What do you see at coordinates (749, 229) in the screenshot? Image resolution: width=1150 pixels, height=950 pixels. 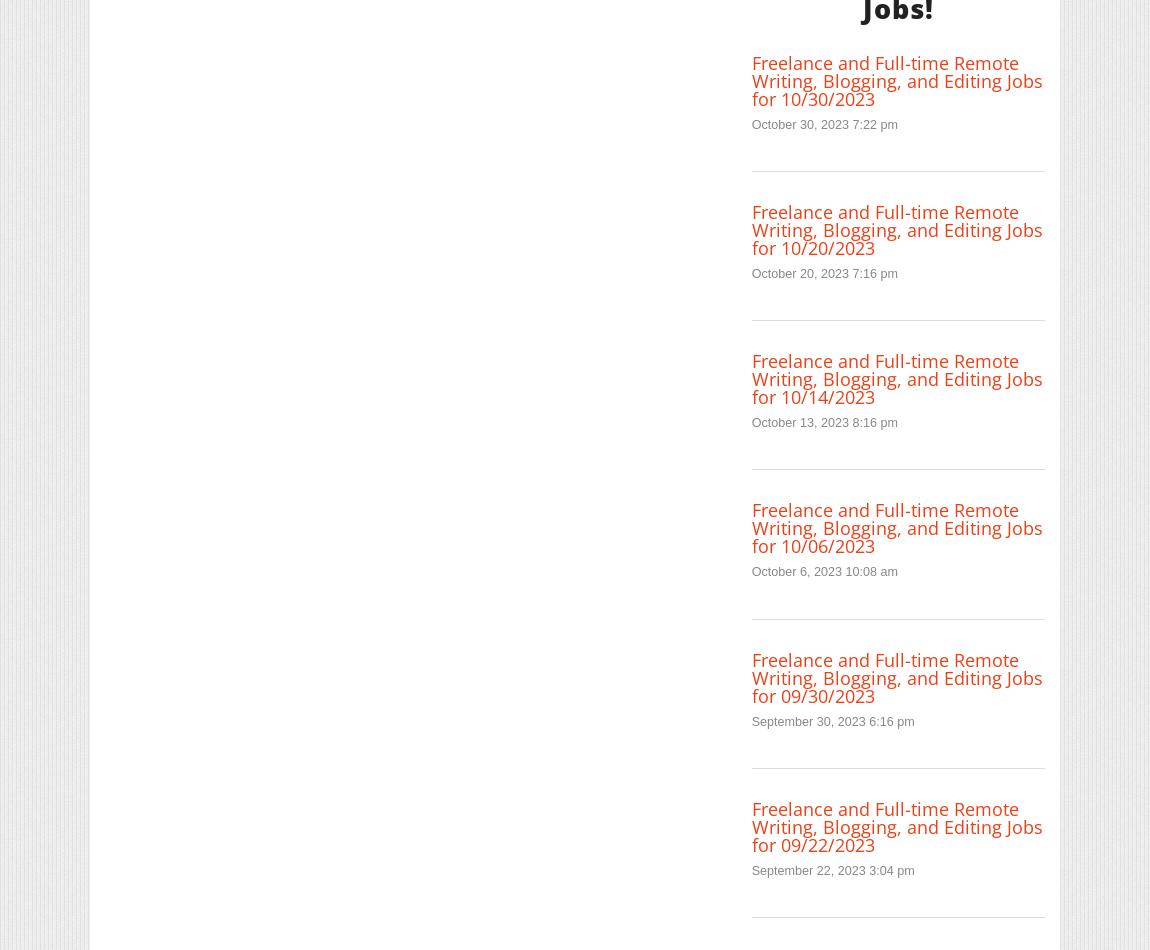 I see `'Freelance and Full-time Remote Writing, Blogging, and Editing Jobs for 10/20/2023'` at bounding box center [749, 229].